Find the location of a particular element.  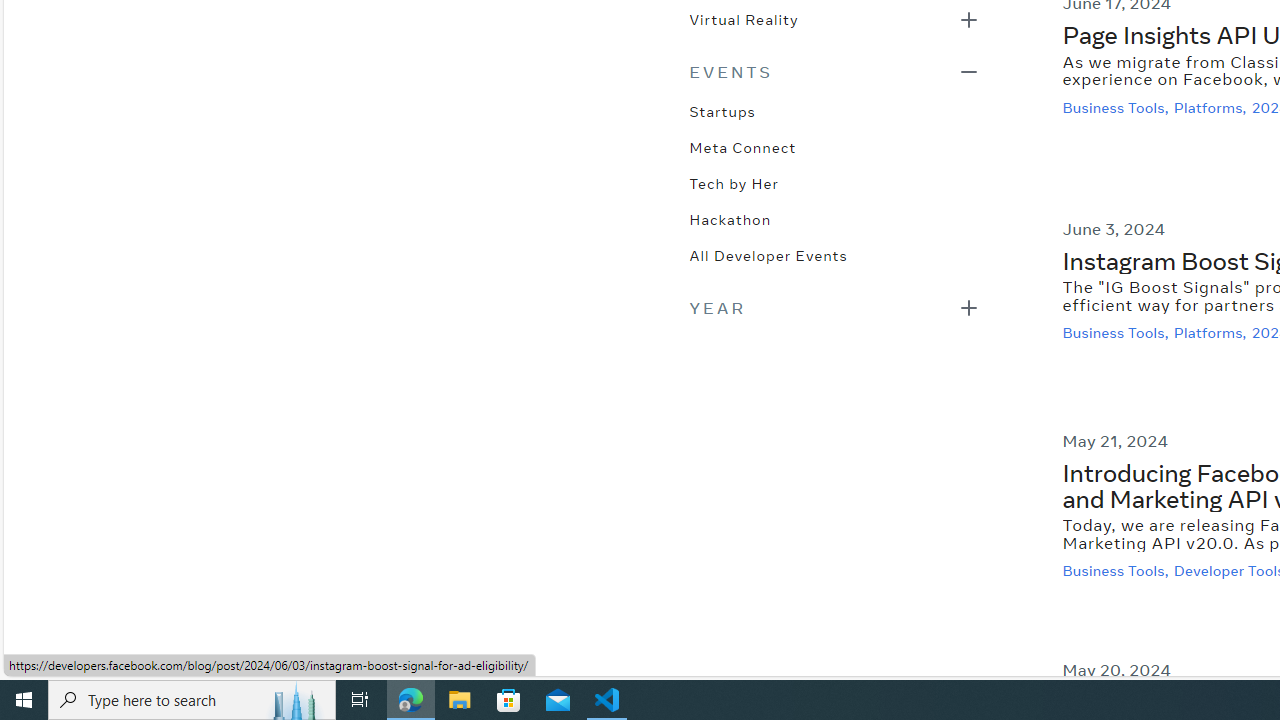

'All Developer Events' is located at coordinates (767, 253).